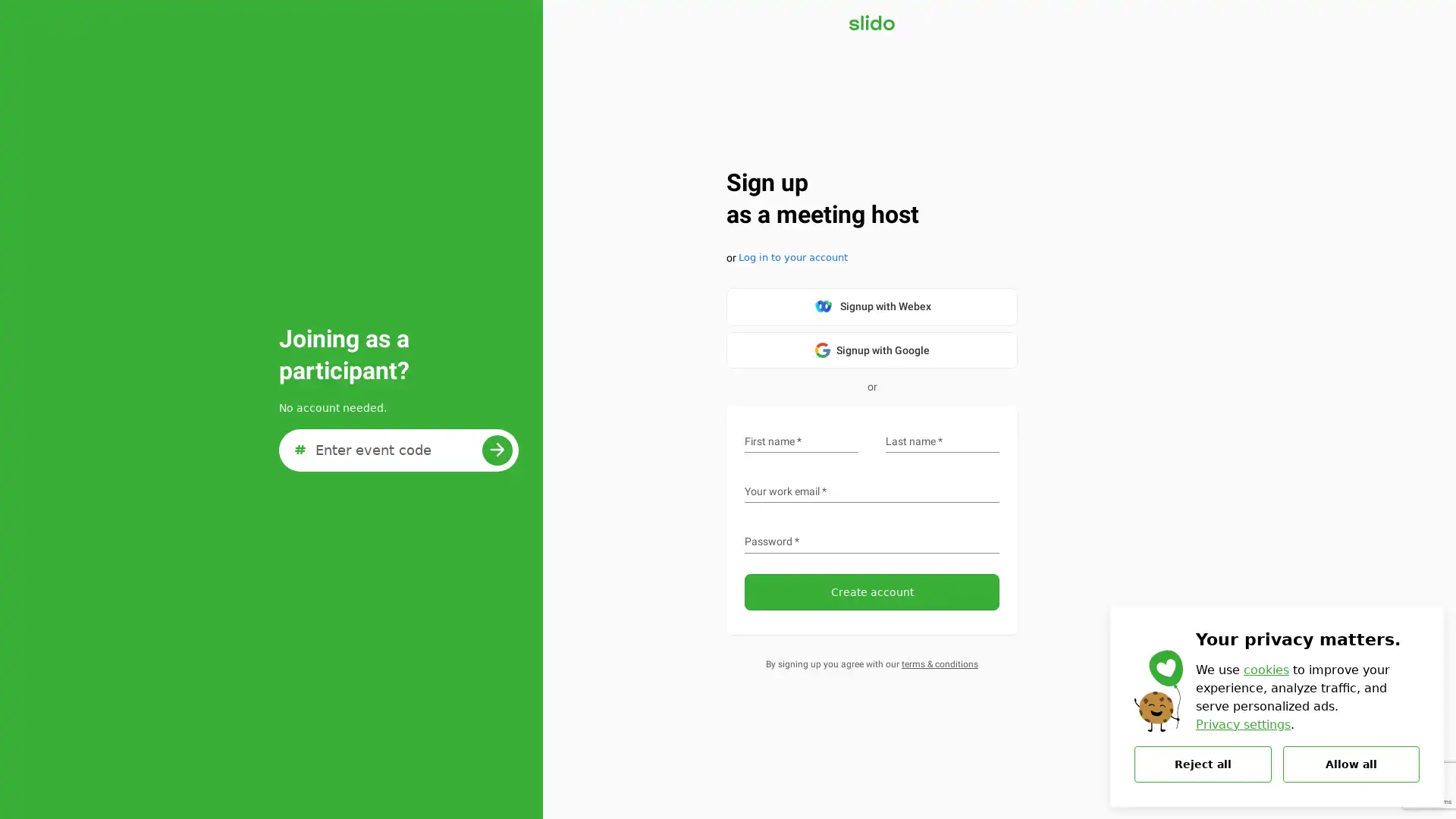 Image resolution: width=1456 pixels, height=819 pixels. I want to click on Create account, so click(872, 590).